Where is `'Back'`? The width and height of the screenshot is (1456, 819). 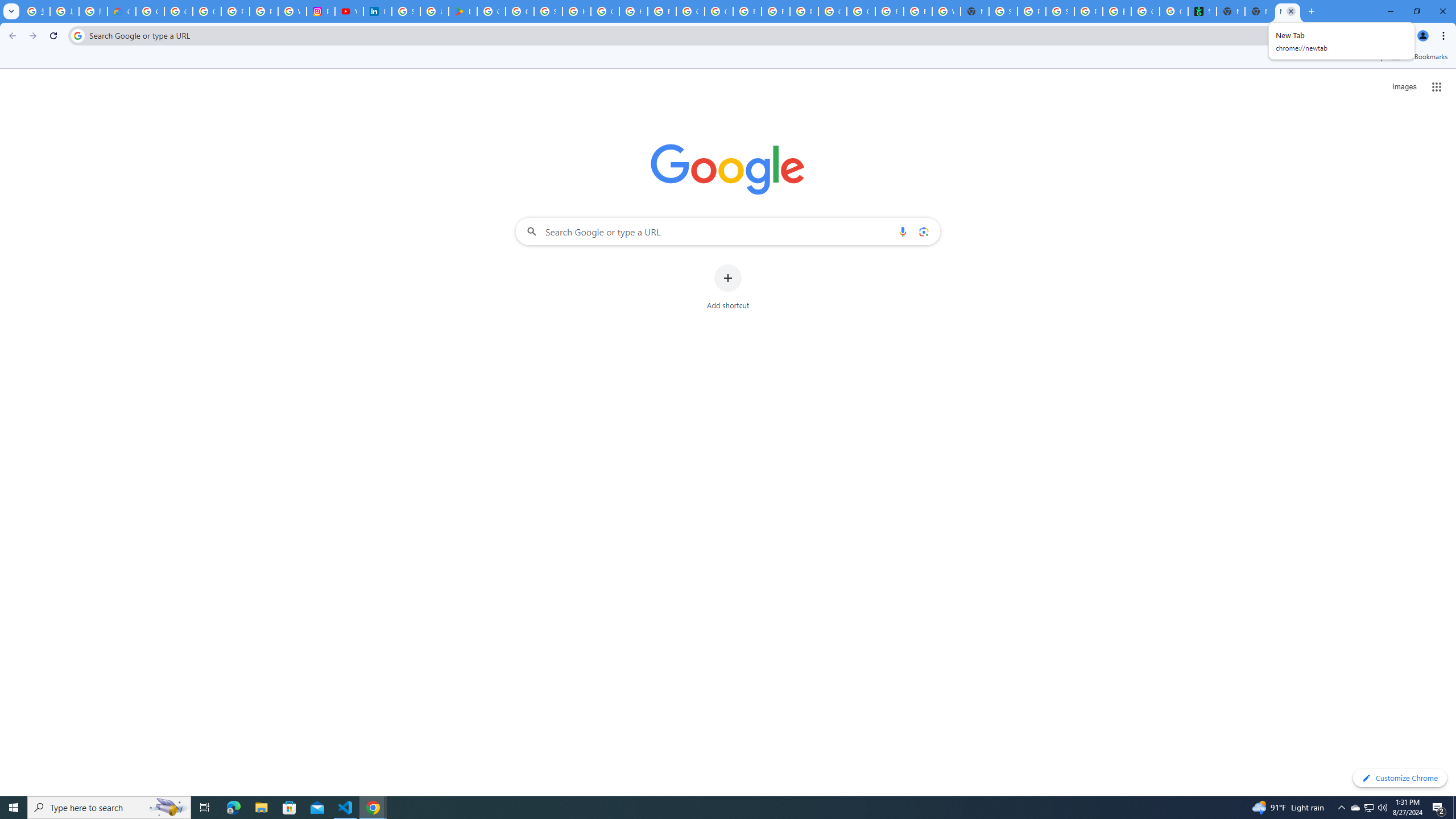
'Back' is located at coordinates (11, 35).